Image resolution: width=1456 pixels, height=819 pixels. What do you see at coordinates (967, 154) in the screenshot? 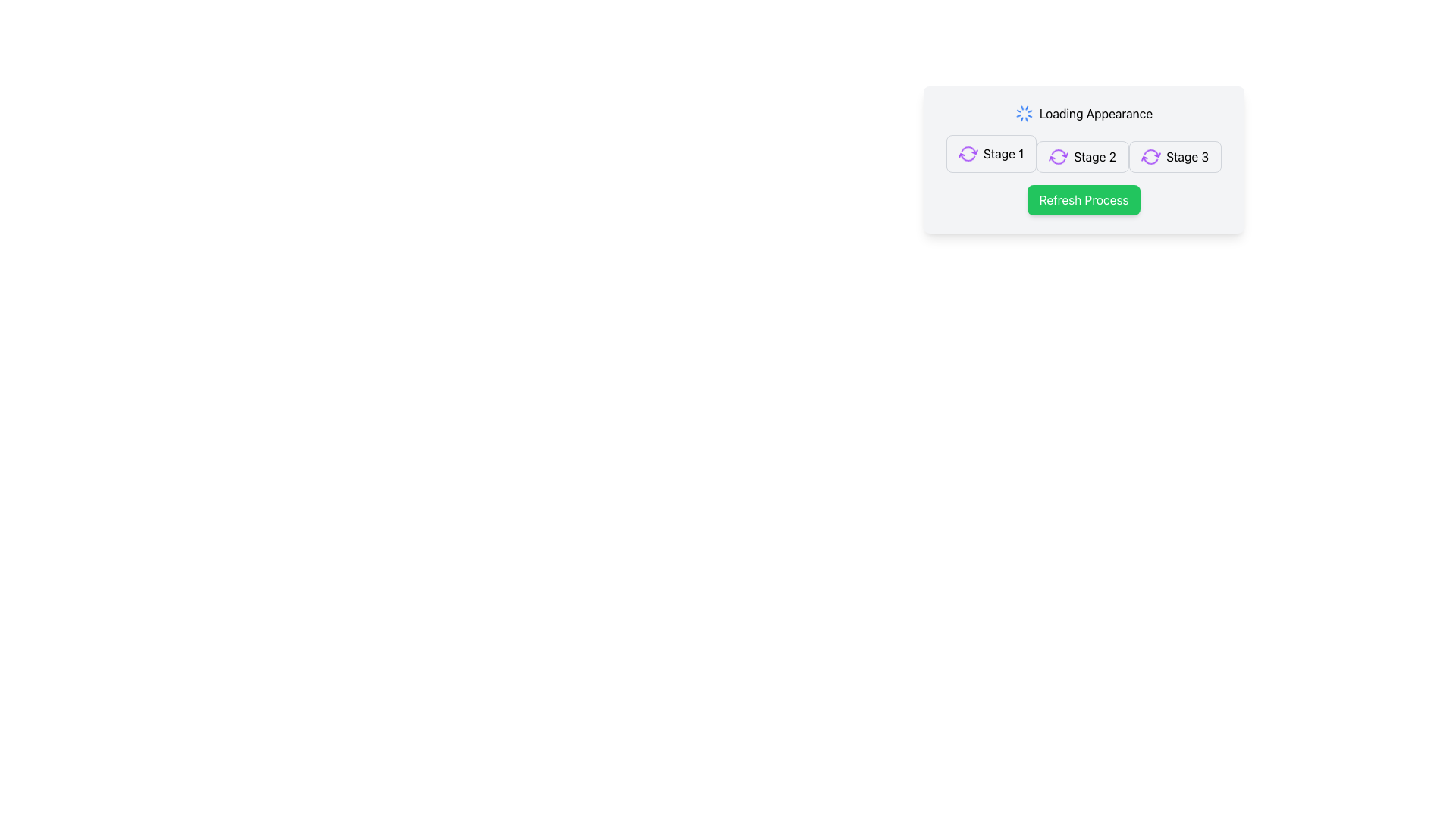
I see `the animated refresh icon located to the far left of the 'Stage 1' label in the upper-right section of the interface` at bounding box center [967, 154].